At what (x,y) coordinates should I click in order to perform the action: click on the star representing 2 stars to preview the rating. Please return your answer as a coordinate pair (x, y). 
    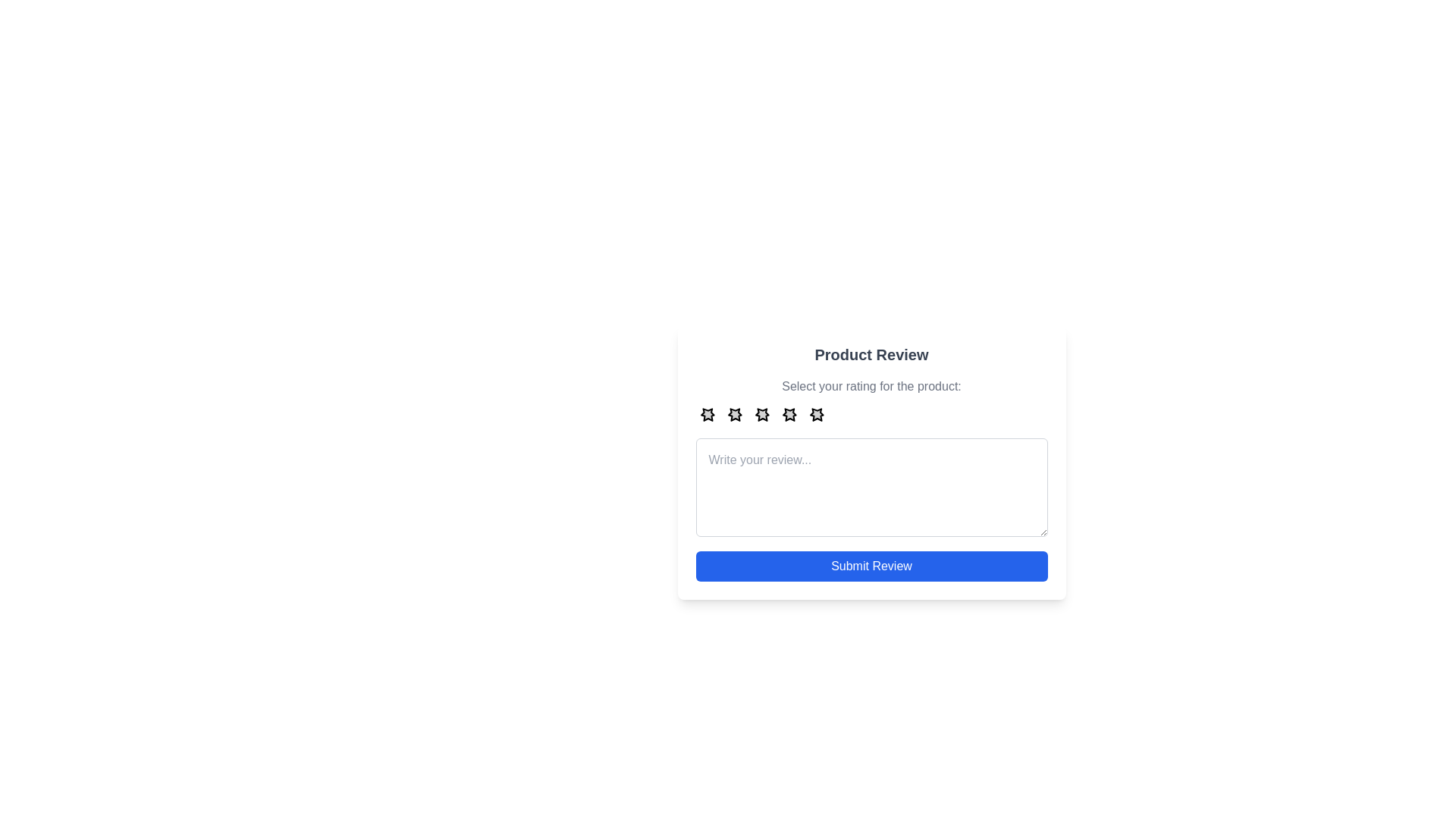
    Looking at the image, I should click on (735, 414).